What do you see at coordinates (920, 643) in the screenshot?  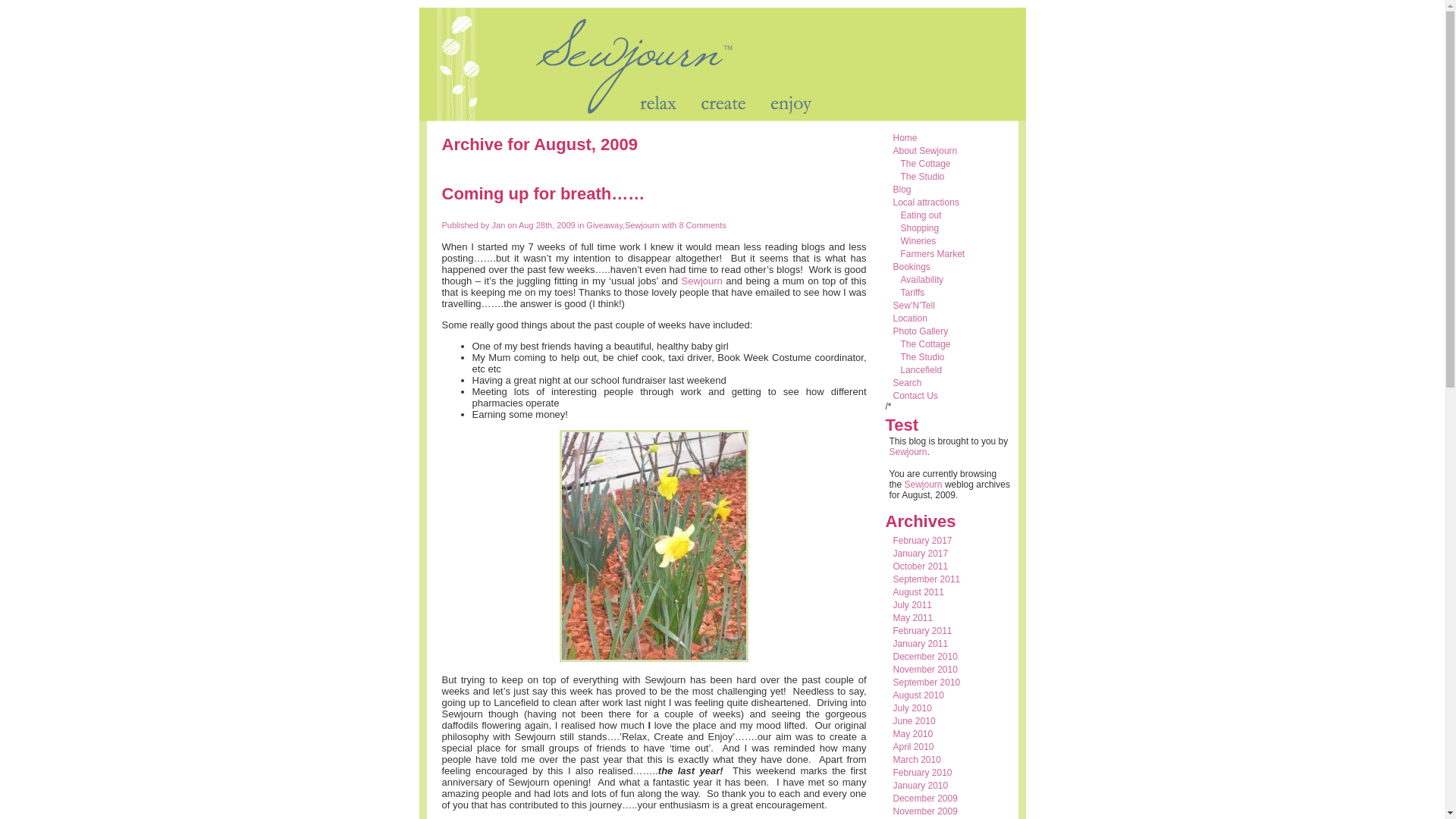 I see `'January 2011'` at bounding box center [920, 643].